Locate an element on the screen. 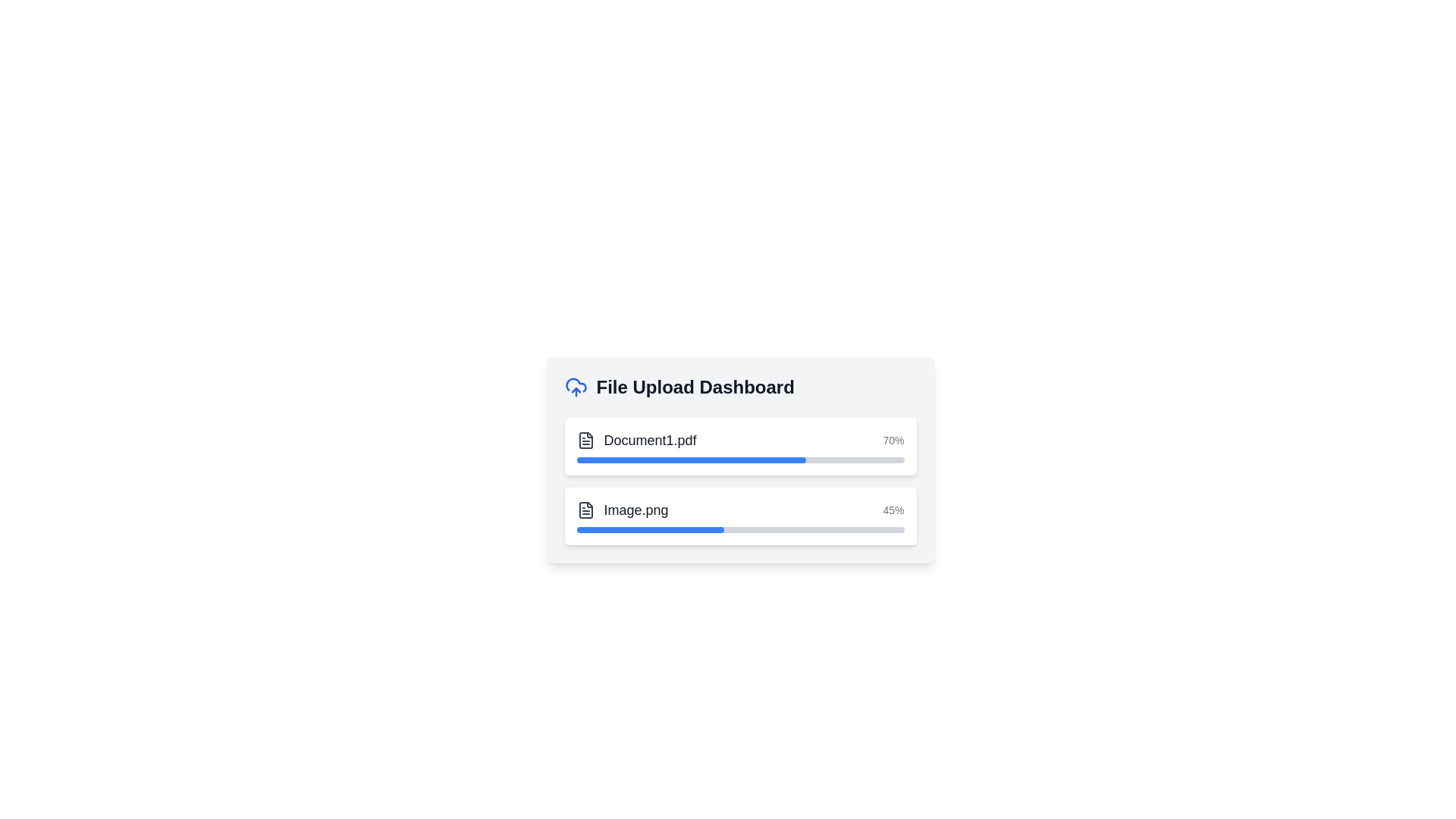  the 'File Upload Dashboard' header element, which features a cloud upload icon and displays the text in bold, large font at the top of the content card is located at coordinates (740, 386).